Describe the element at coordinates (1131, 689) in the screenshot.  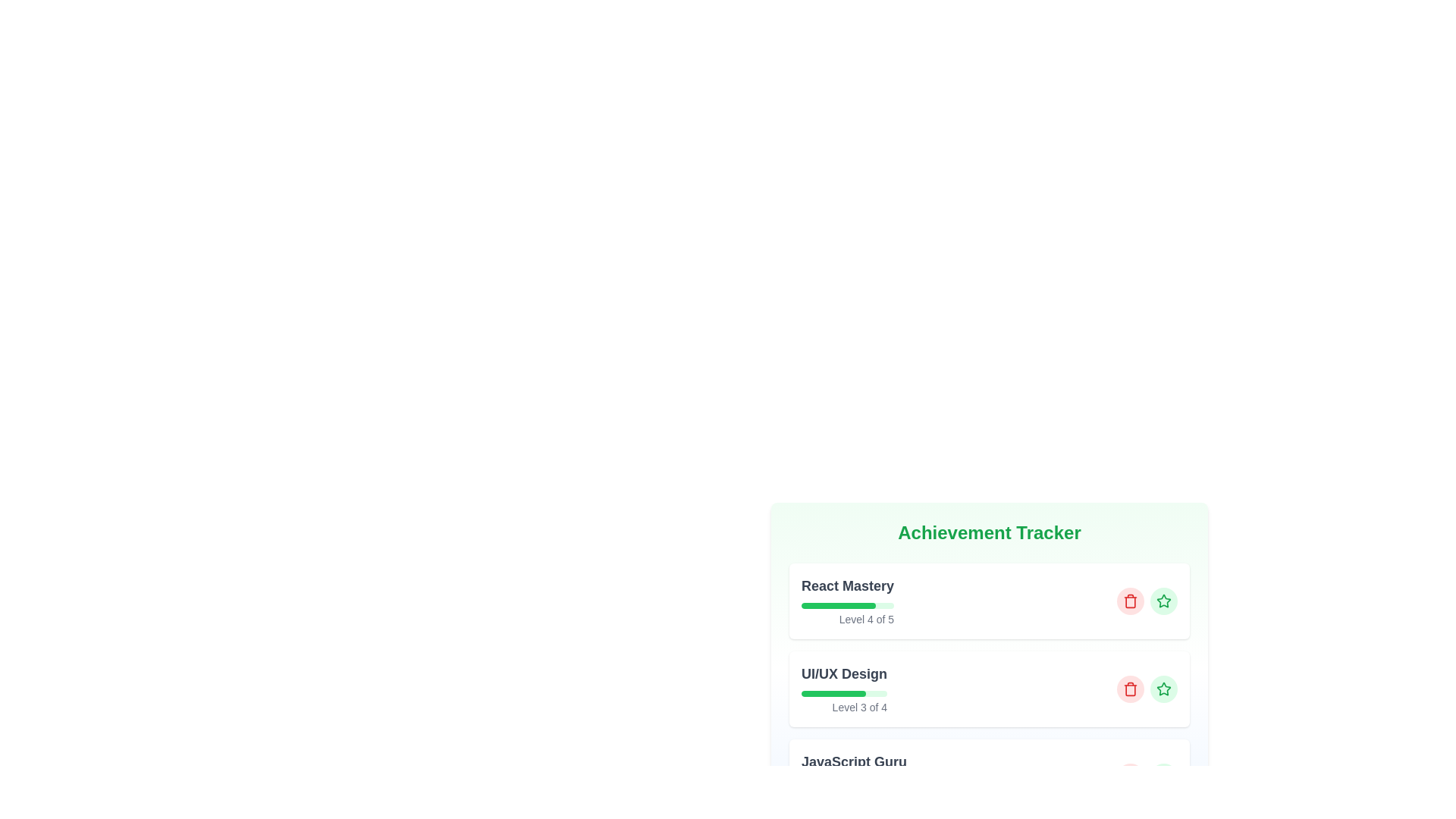
I see `the circular red button with a trash can icon` at that location.